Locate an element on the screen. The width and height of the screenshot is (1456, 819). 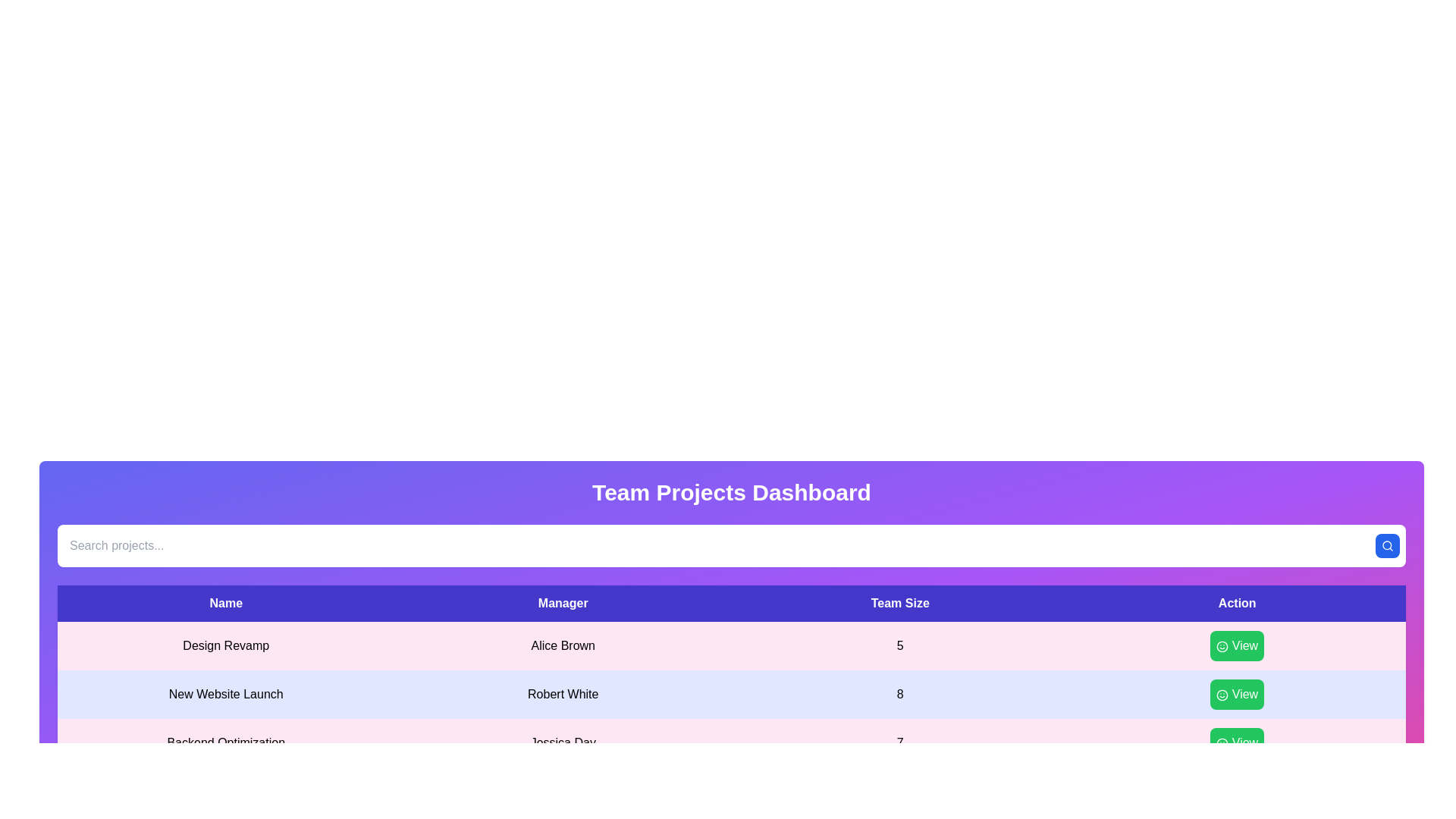
the circular outline of the smiley icon located near the top-right corner of the action buttons section in the user interface is located at coordinates (1222, 646).